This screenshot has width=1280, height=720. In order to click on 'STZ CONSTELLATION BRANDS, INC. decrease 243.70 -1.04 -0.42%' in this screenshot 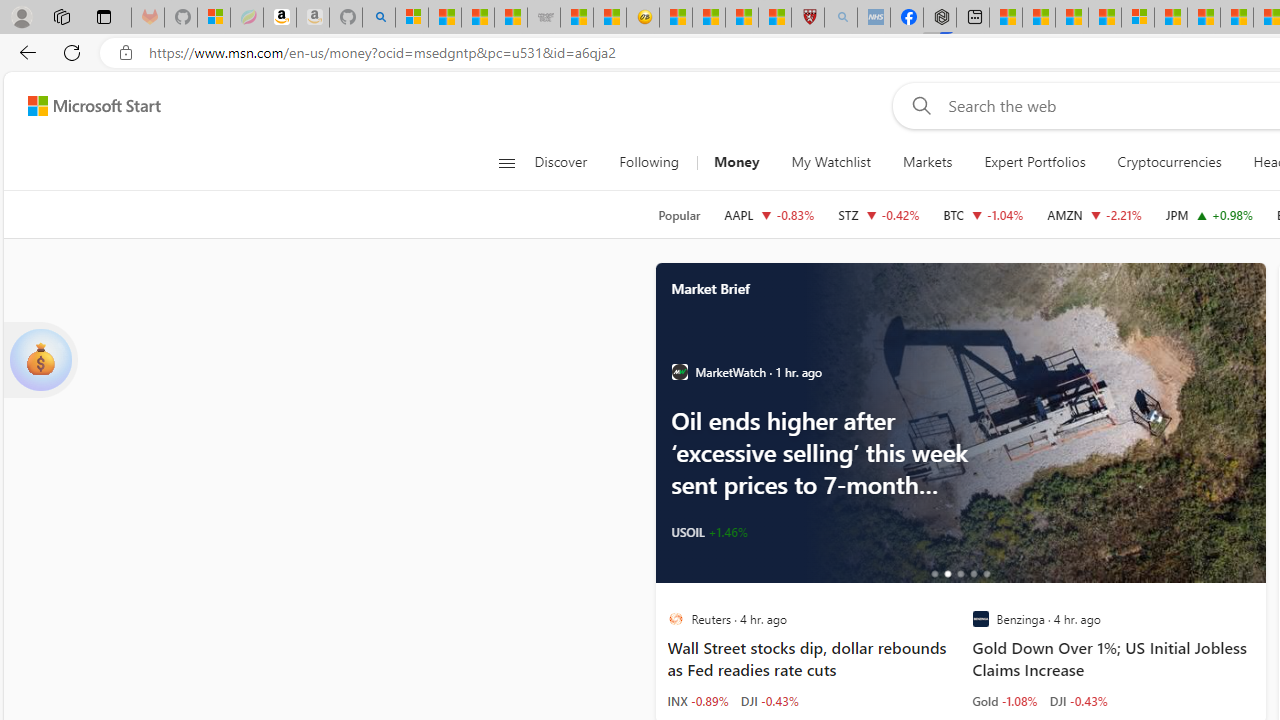, I will do `click(878, 214)`.